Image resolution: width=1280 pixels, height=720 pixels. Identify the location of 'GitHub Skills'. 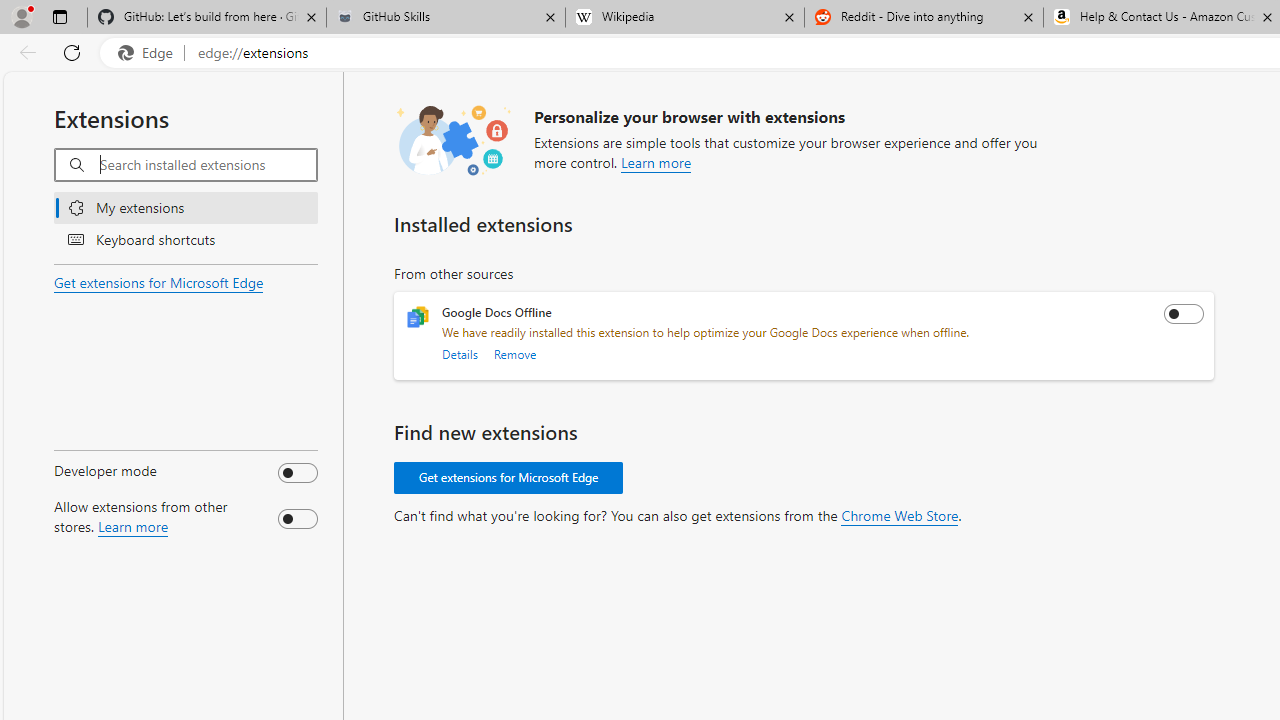
(444, 17).